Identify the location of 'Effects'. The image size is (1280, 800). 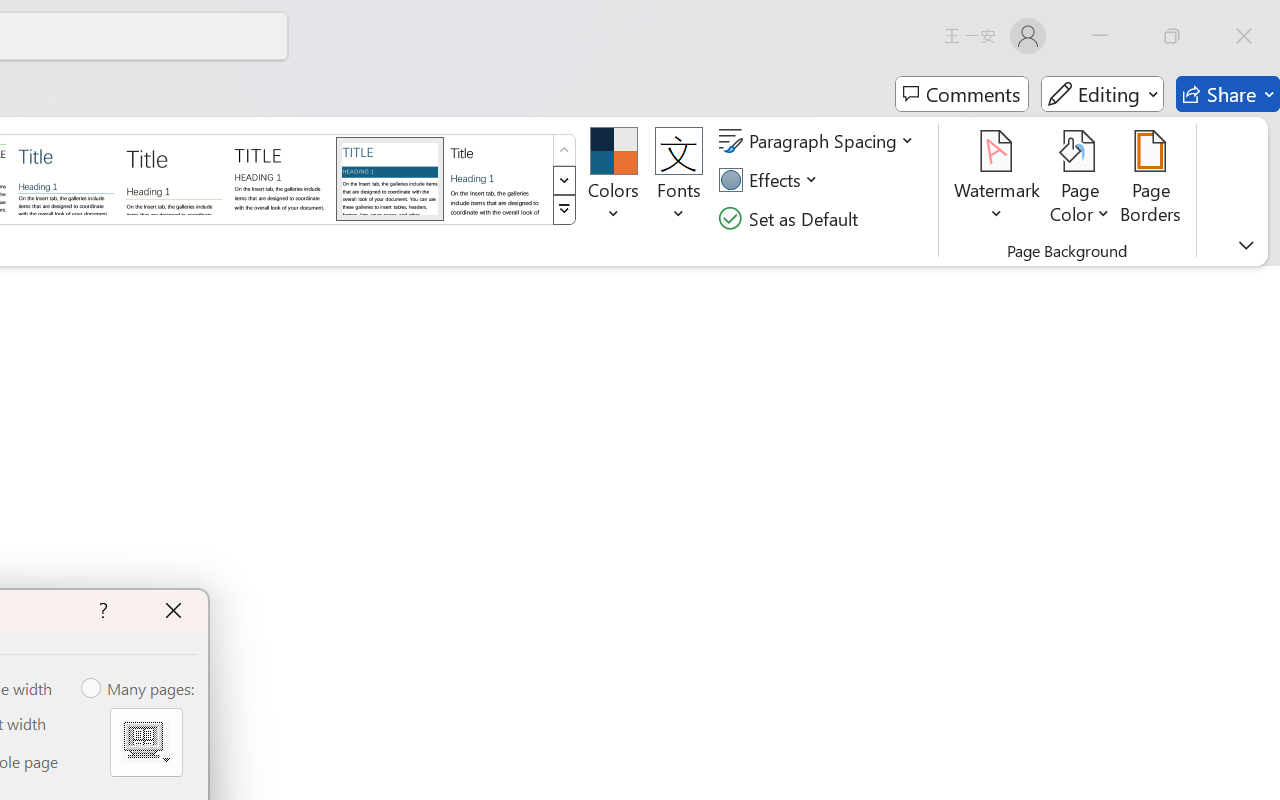
(770, 179).